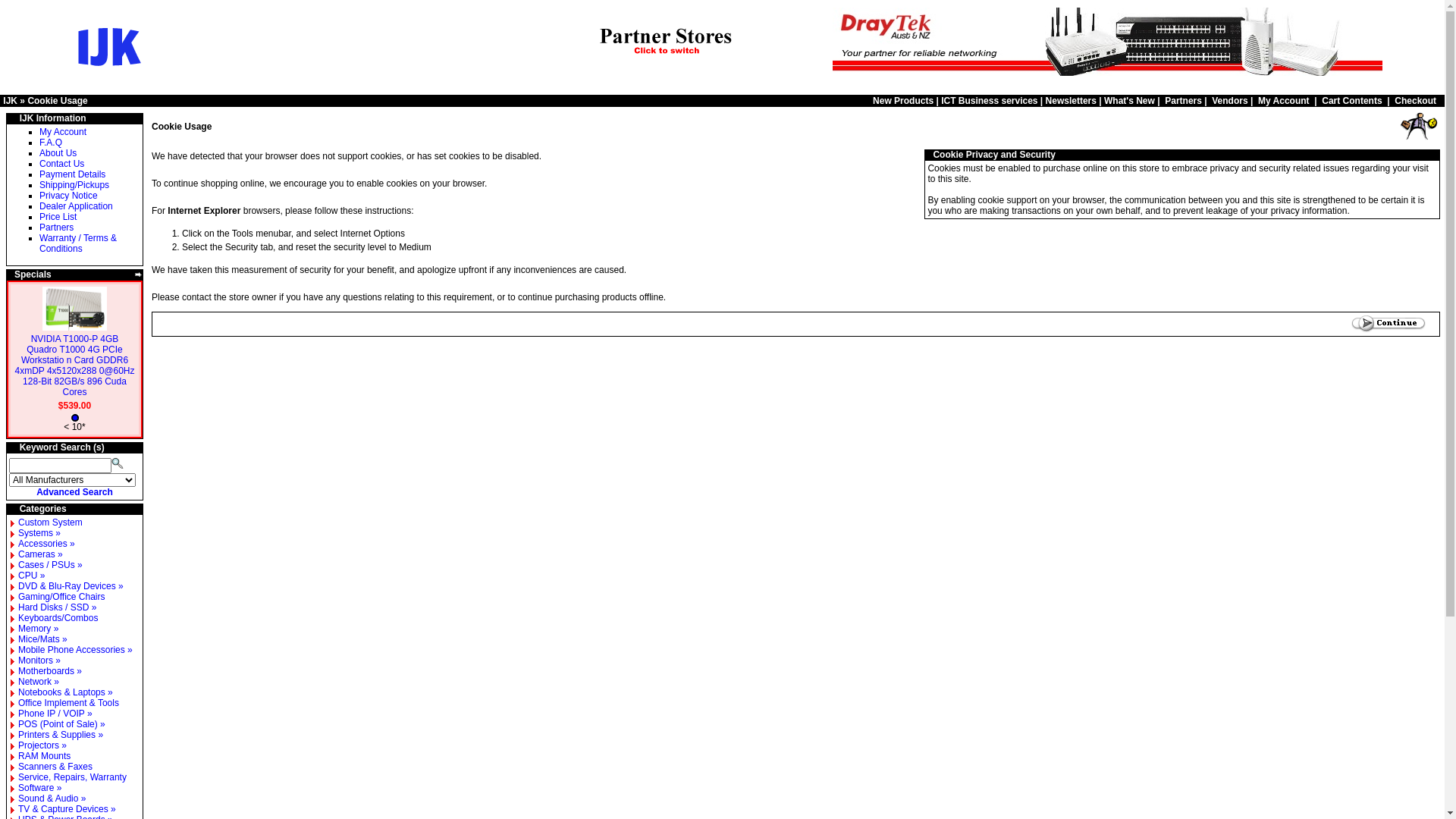 The height and width of the screenshot is (819, 1456). Describe the element at coordinates (58, 216) in the screenshot. I see `'Price List'` at that location.